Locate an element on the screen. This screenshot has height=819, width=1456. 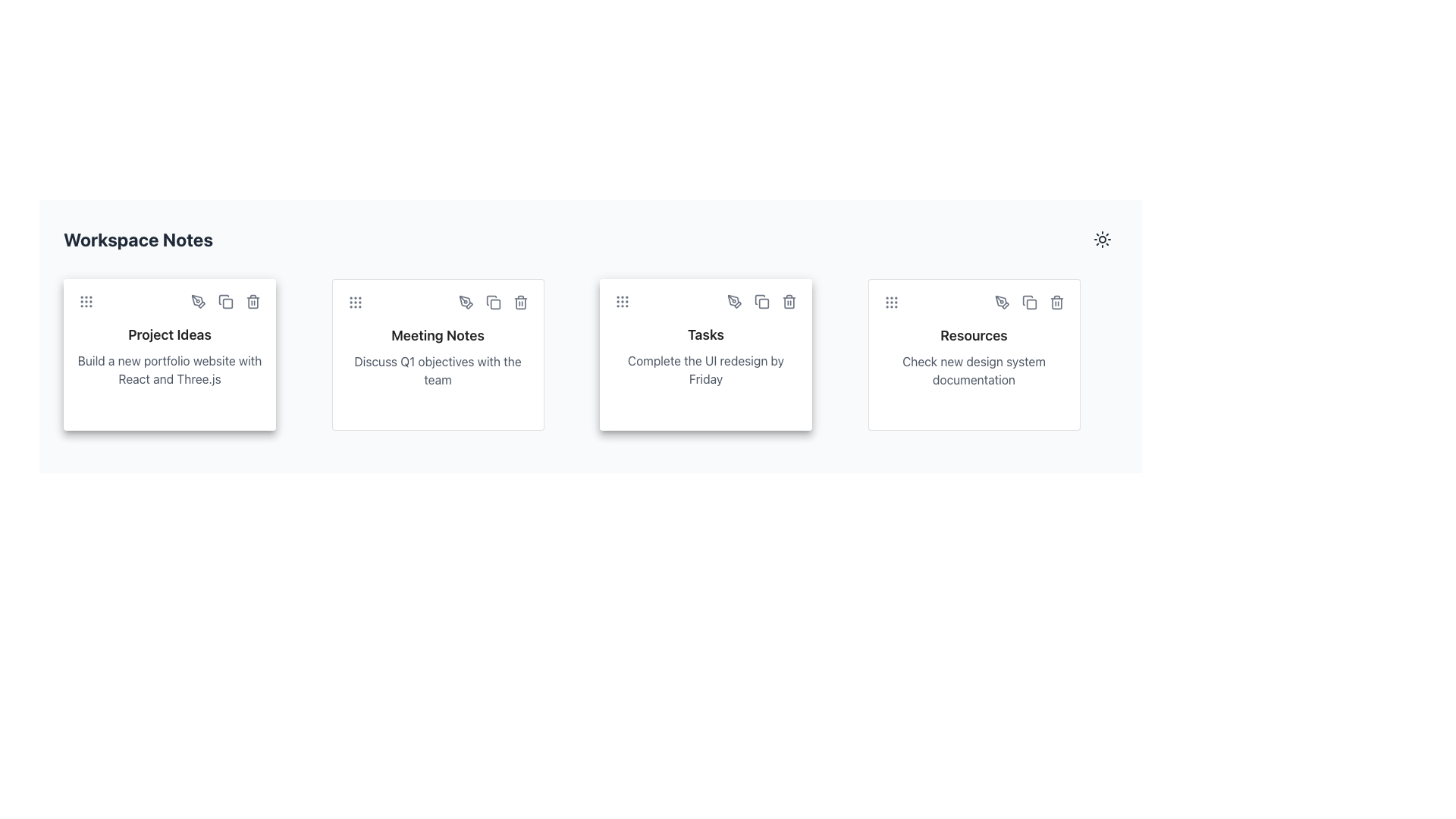
the copy button located on the top-right side of the 'Tasks' card, which is the second icon in a row of three icons is located at coordinates (761, 301).